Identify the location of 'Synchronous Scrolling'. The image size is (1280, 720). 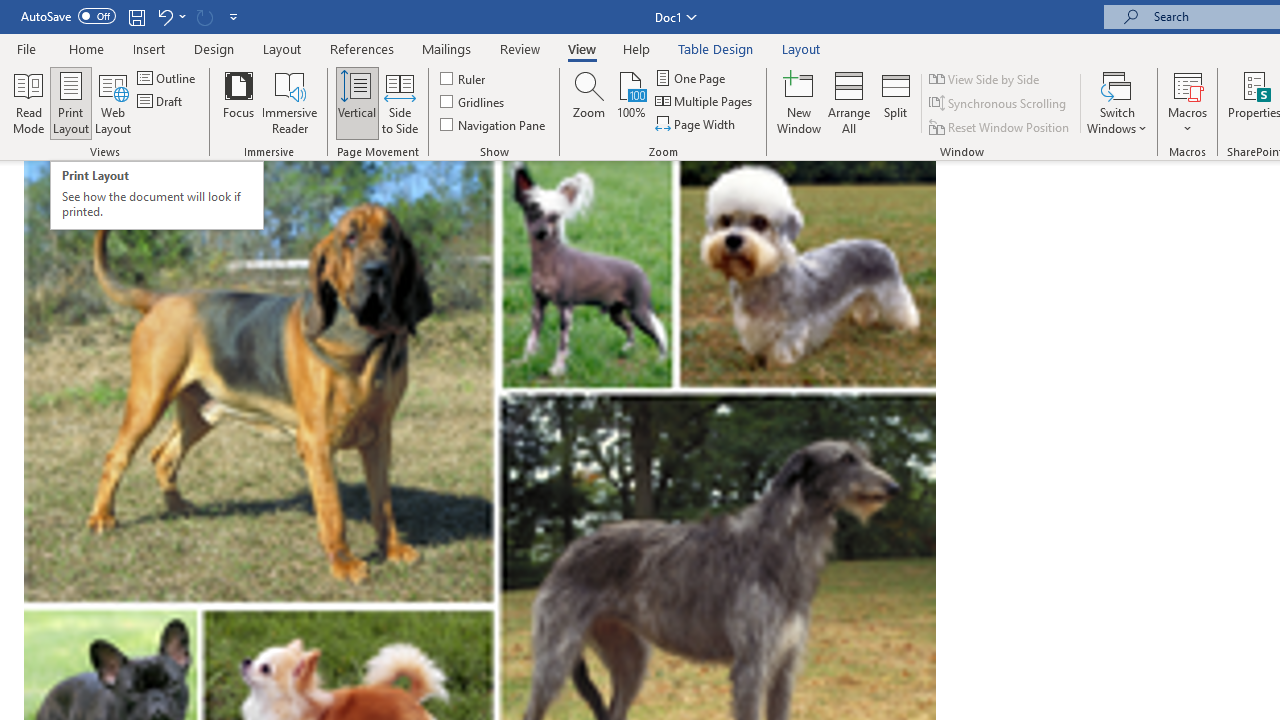
(999, 103).